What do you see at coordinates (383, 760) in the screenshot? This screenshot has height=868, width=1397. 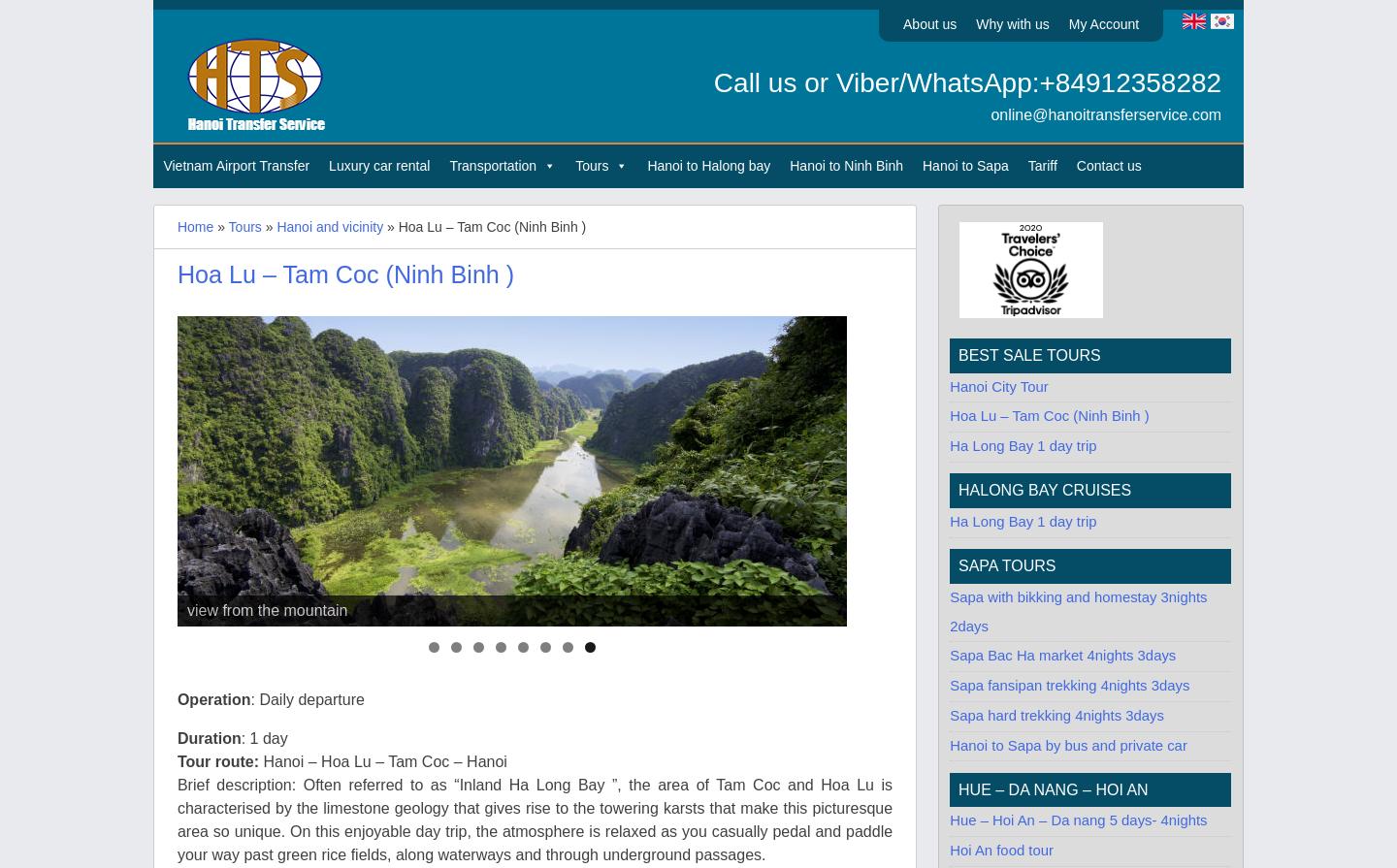 I see `'Hanoi – Hoa Lu – Tam Coc – Hanoi'` at bounding box center [383, 760].